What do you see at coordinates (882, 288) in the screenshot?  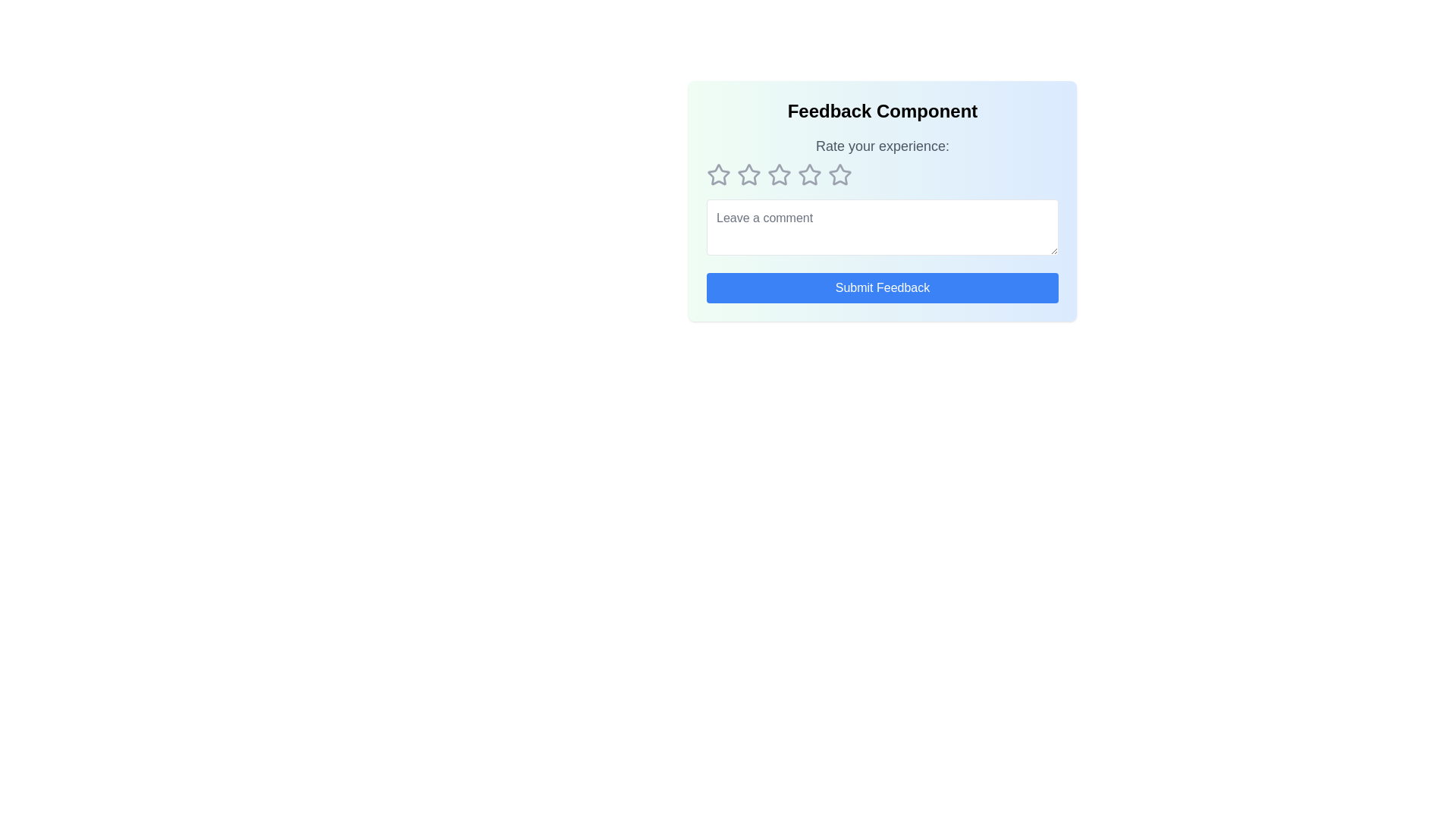 I see `the rectangular button with a blue background and white text that reads 'Submit Feedback', located below the text area labeled 'Leave a comment'` at bounding box center [882, 288].